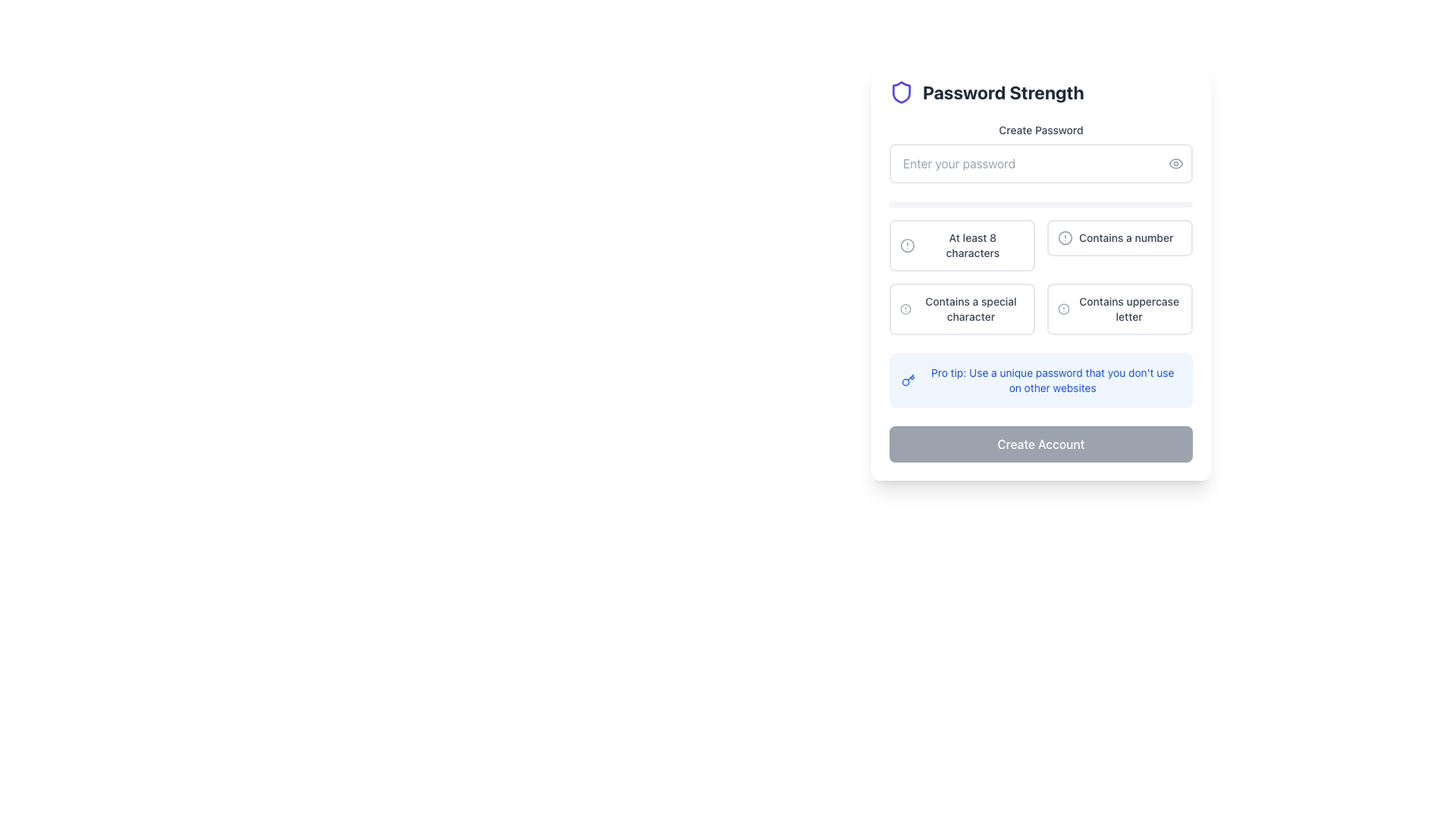 This screenshot has height=819, width=1456. I want to click on the icon component within the 'Contains a special character' checkbox, which indicates a specific password requirement, so click(905, 309).